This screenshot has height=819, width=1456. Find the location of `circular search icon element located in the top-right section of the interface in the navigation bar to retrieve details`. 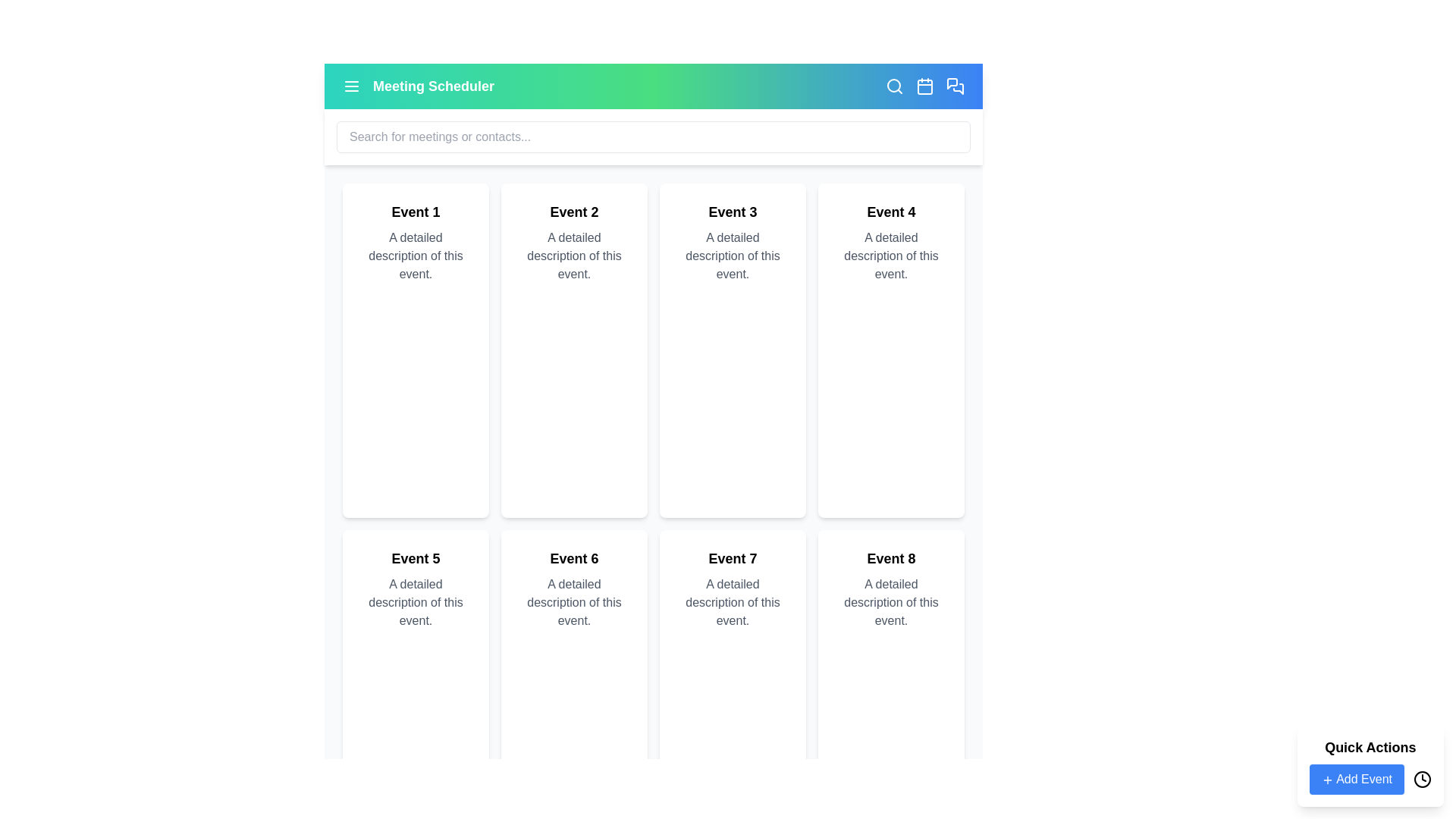

circular search icon element located in the top-right section of the interface in the navigation bar to retrieve details is located at coordinates (894, 85).